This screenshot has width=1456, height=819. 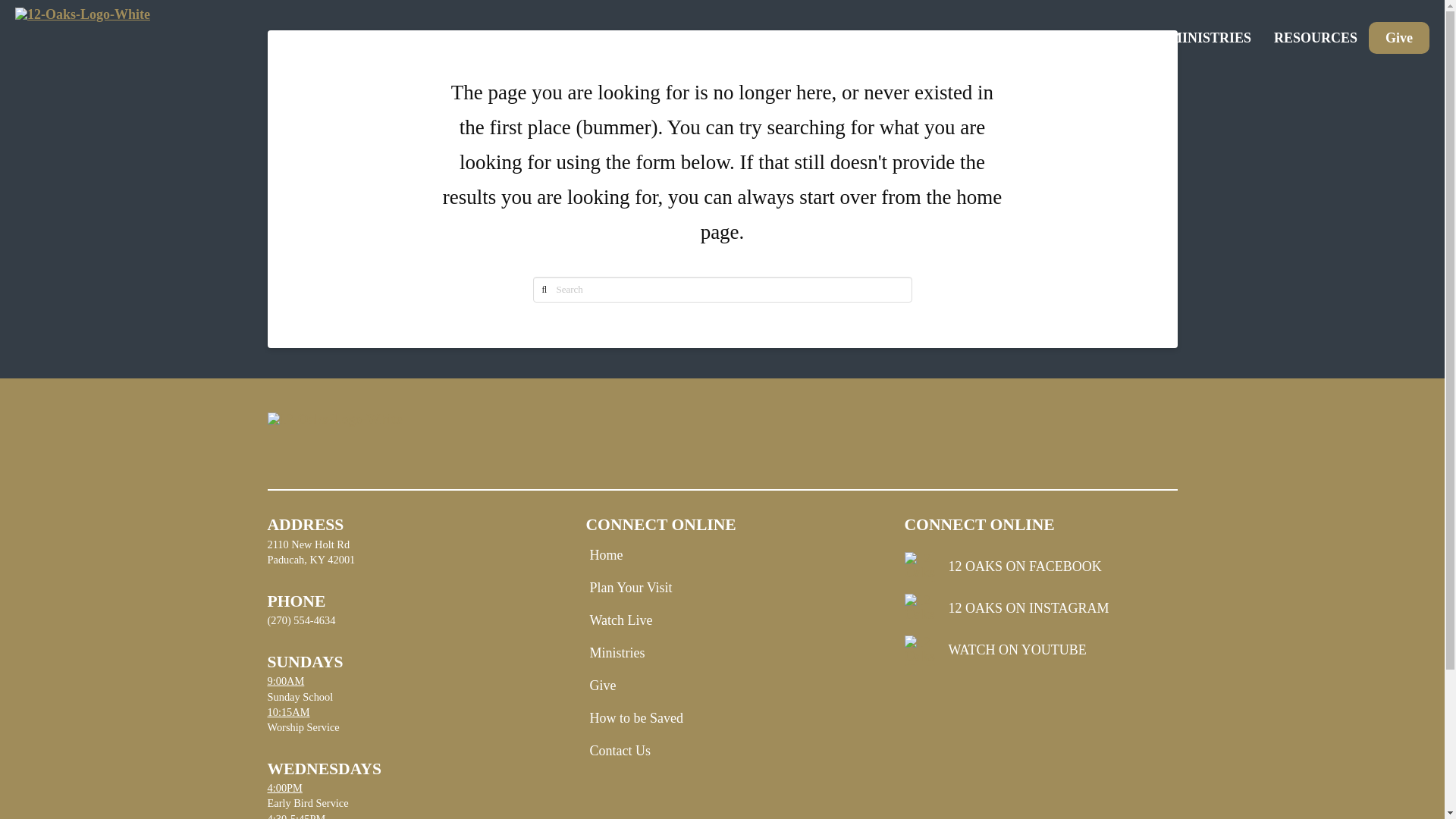 What do you see at coordinates (1040, 607) in the screenshot?
I see `'12 OAKS ON INSTAGRAM'` at bounding box center [1040, 607].